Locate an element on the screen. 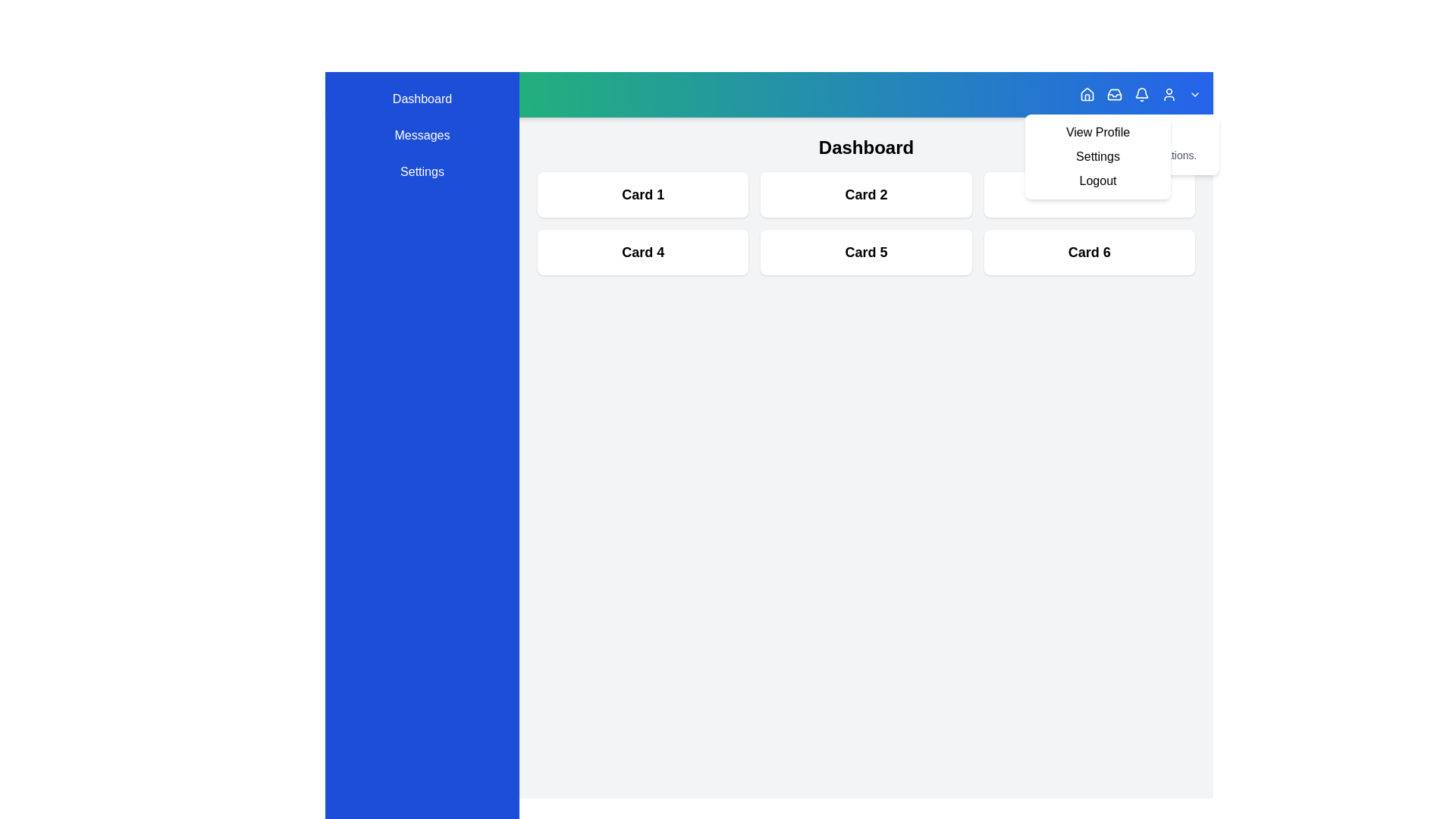  the second navigation item in the fixed-width blue sidebar, which leads to the messages section is located at coordinates (422, 134).